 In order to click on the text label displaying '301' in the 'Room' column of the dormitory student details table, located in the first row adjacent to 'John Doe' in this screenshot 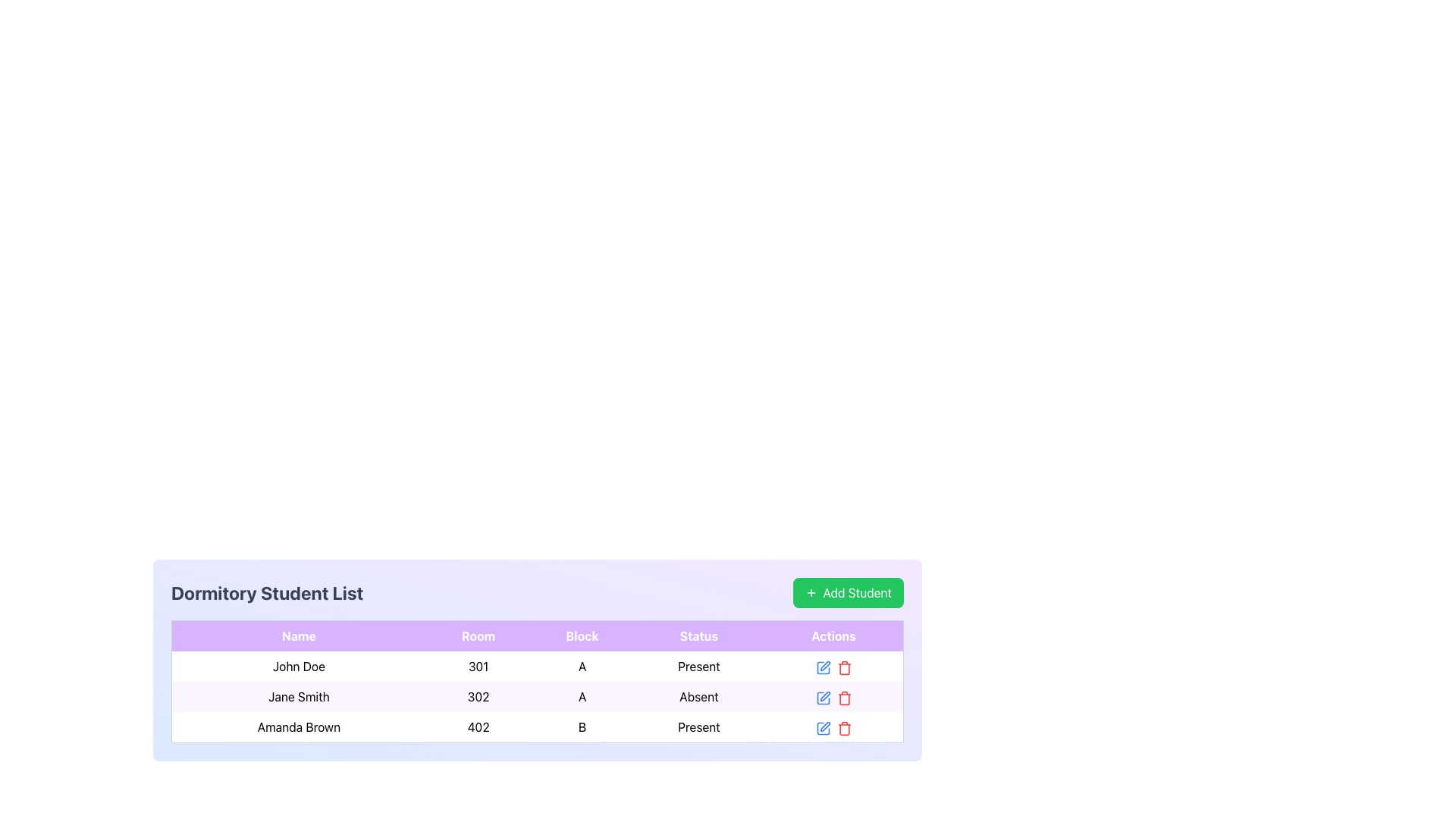, I will do `click(478, 666)`.